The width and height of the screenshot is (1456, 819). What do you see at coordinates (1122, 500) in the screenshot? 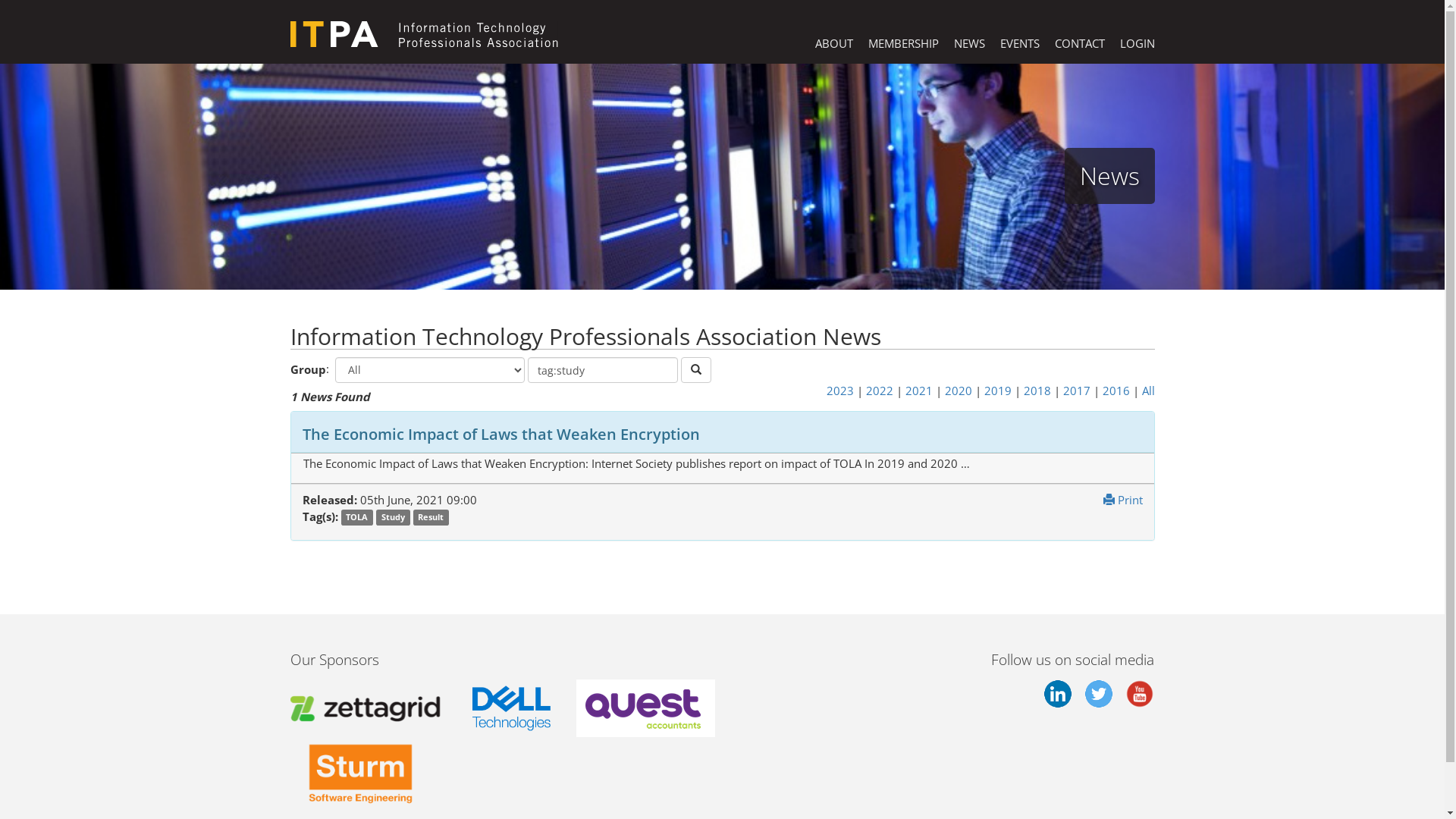
I see `'Print'` at bounding box center [1122, 500].